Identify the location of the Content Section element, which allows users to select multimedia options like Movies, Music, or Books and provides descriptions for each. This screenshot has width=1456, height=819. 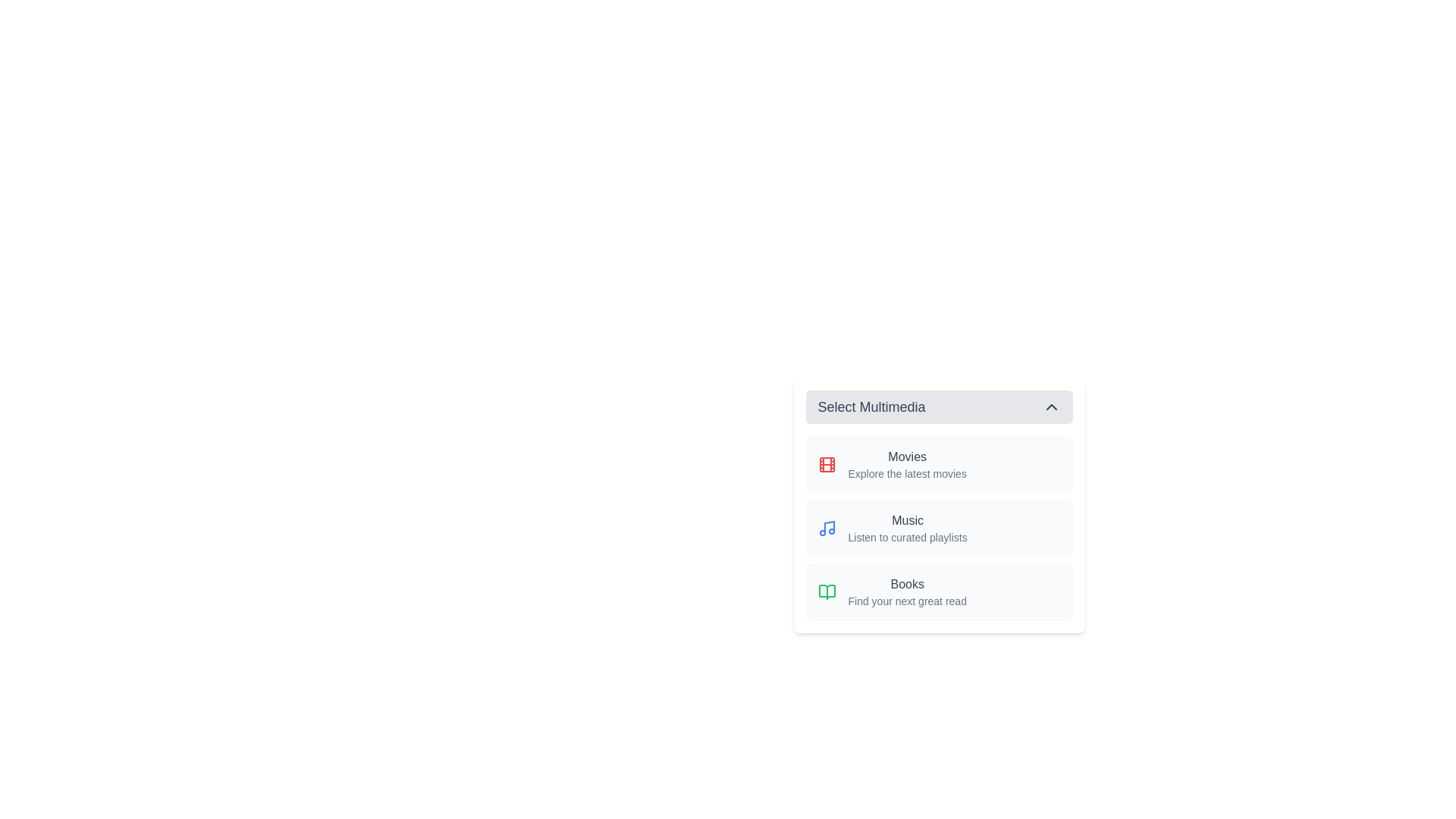
(938, 505).